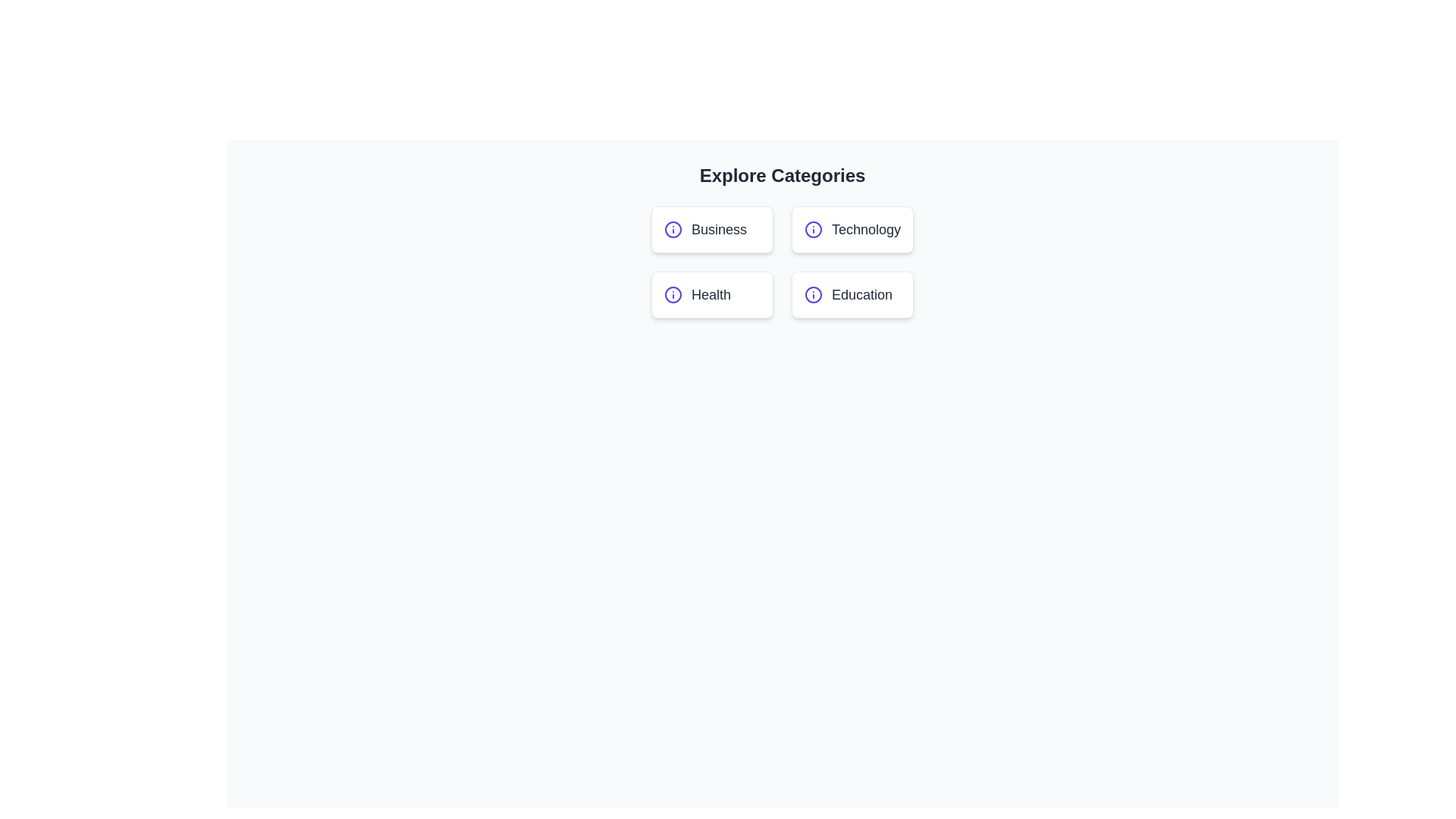  What do you see at coordinates (852, 295) in the screenshot?
I see `the 'Education' button` at bounding box center [852, 295].